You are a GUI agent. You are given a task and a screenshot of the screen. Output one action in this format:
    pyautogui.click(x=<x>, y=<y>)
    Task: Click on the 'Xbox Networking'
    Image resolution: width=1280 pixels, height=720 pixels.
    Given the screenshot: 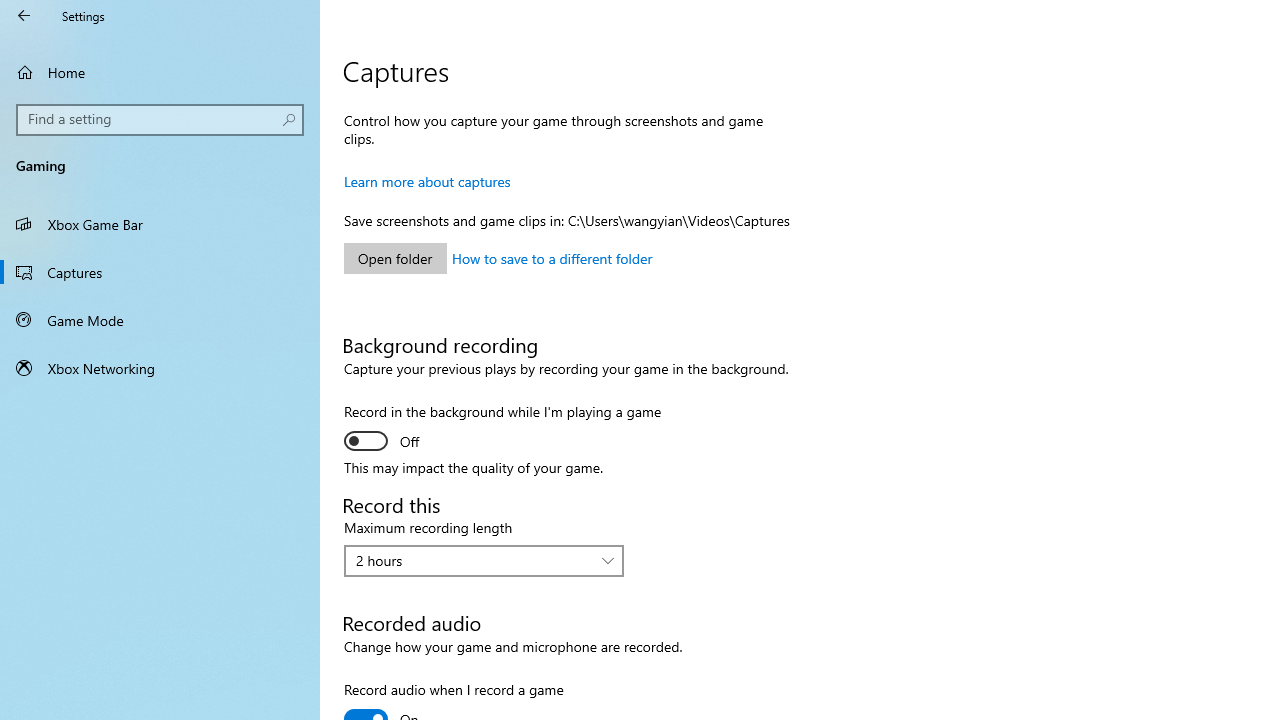 What is the action you would take?
    pyautogui.click(x=160, y=367)
    